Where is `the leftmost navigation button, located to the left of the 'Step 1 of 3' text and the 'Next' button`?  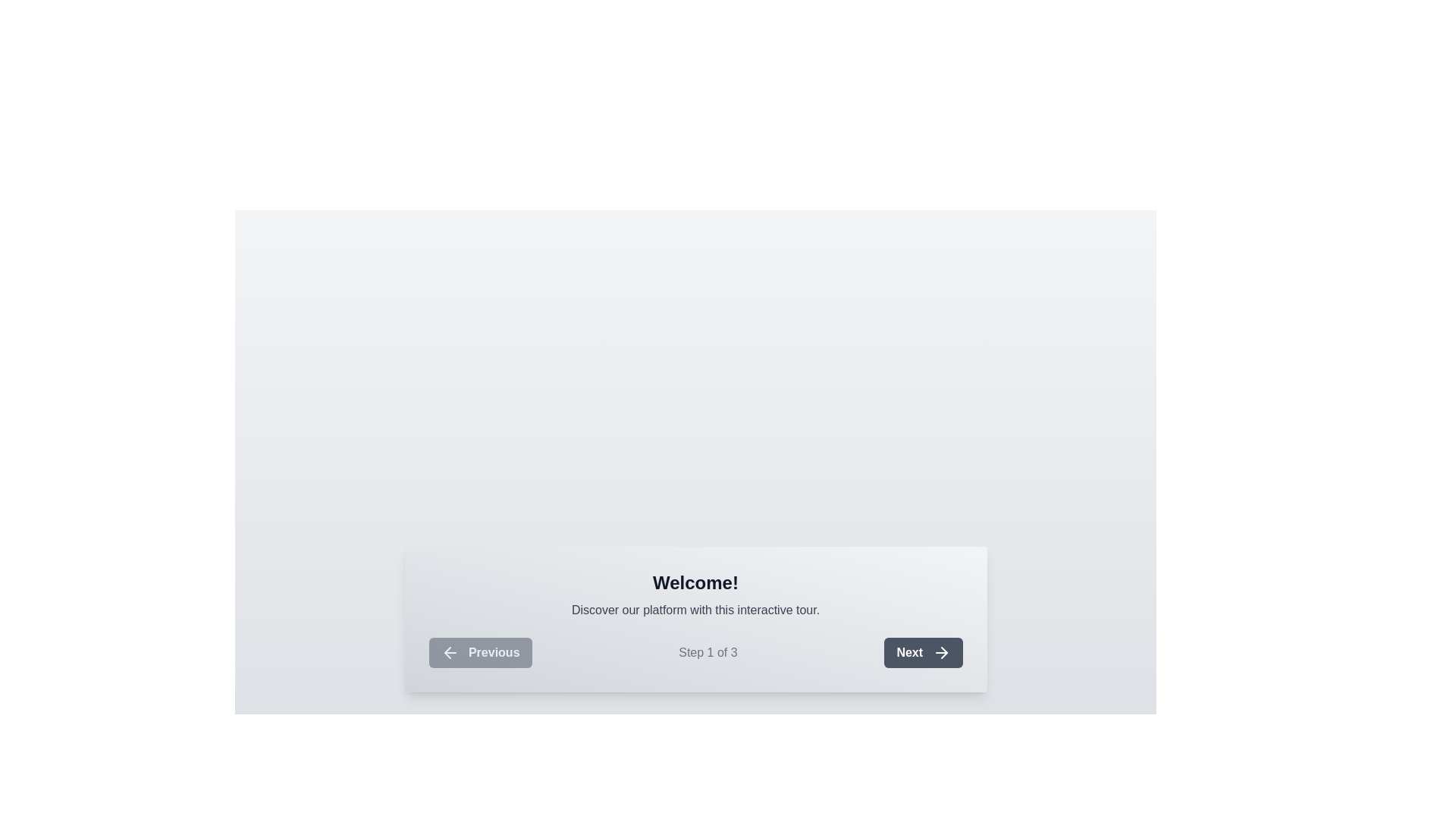 the leftmost navigation button, located to the left of the 'Step 1 of 3' text and the 'Next' button is located at coordinates (479, 651).